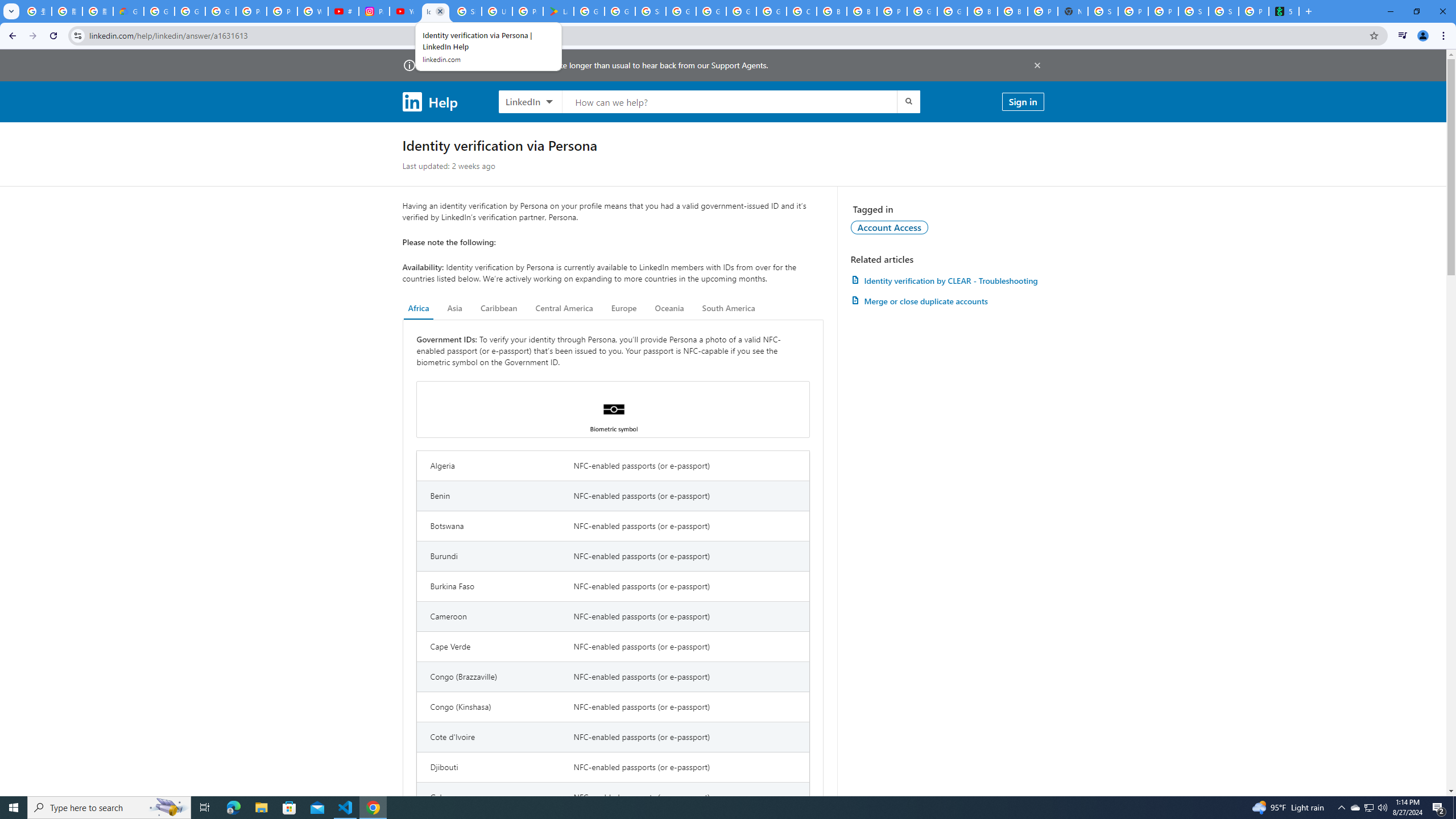  I want to click on 'Identity verification by CLEAR - Troubleshooting', so click(946, 280).